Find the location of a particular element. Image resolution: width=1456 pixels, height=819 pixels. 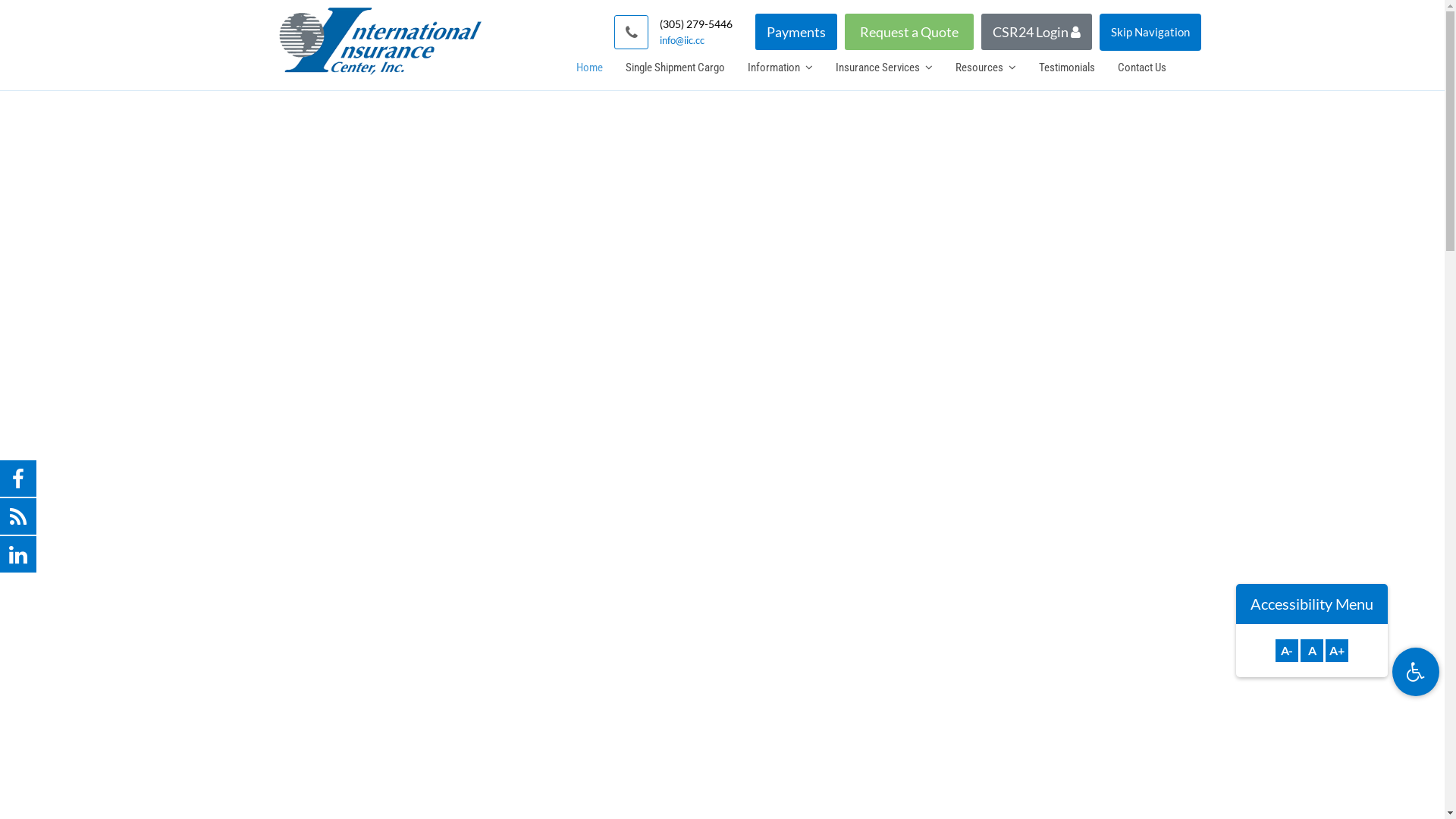

'Insurance Services' is located at coordinates (883, 66).